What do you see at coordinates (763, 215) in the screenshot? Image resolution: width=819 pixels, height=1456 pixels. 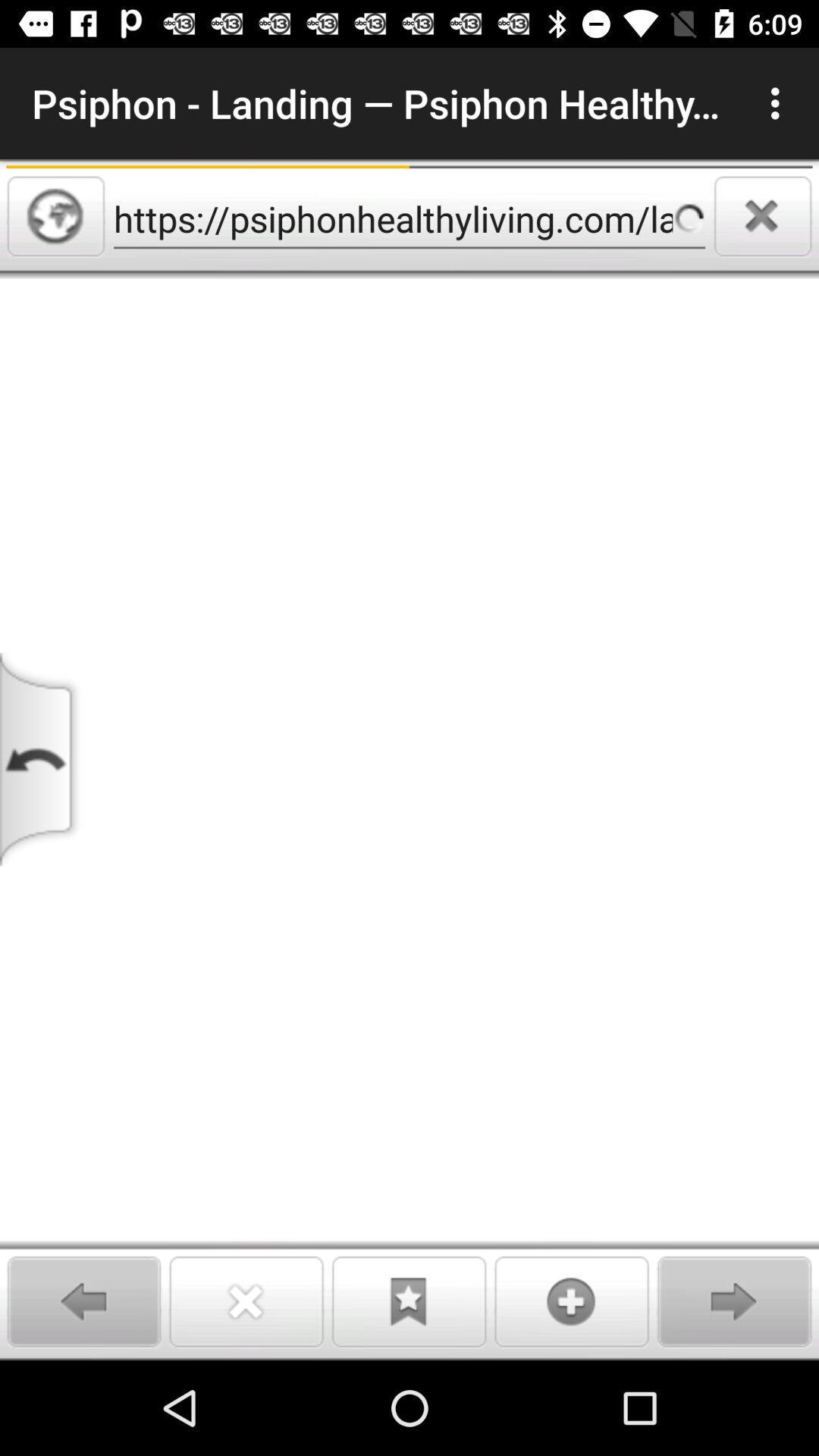 I see `clear search results` at bounding box center [763, 215].